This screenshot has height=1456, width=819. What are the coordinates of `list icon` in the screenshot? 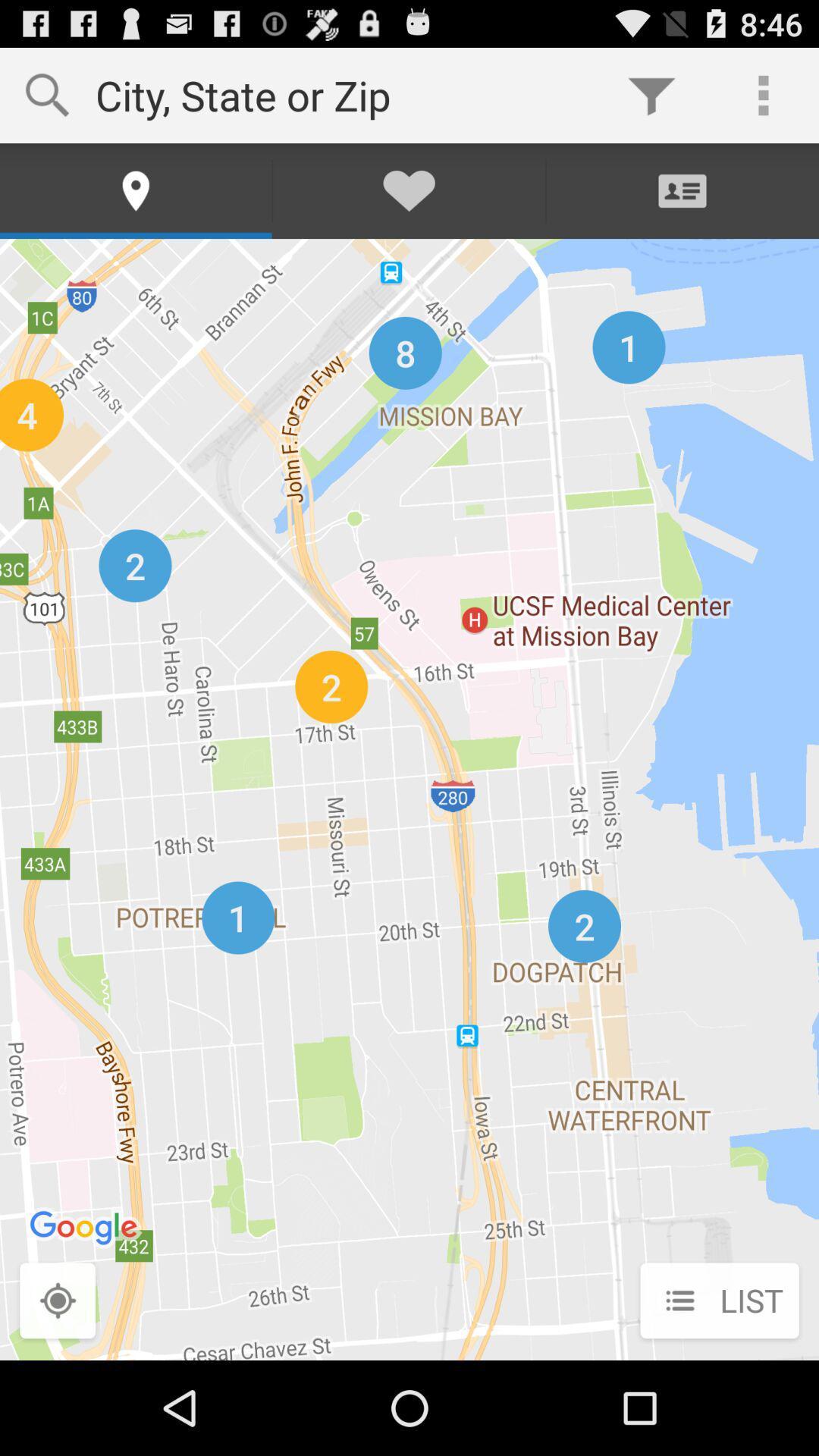 It's located at (719, 1301).